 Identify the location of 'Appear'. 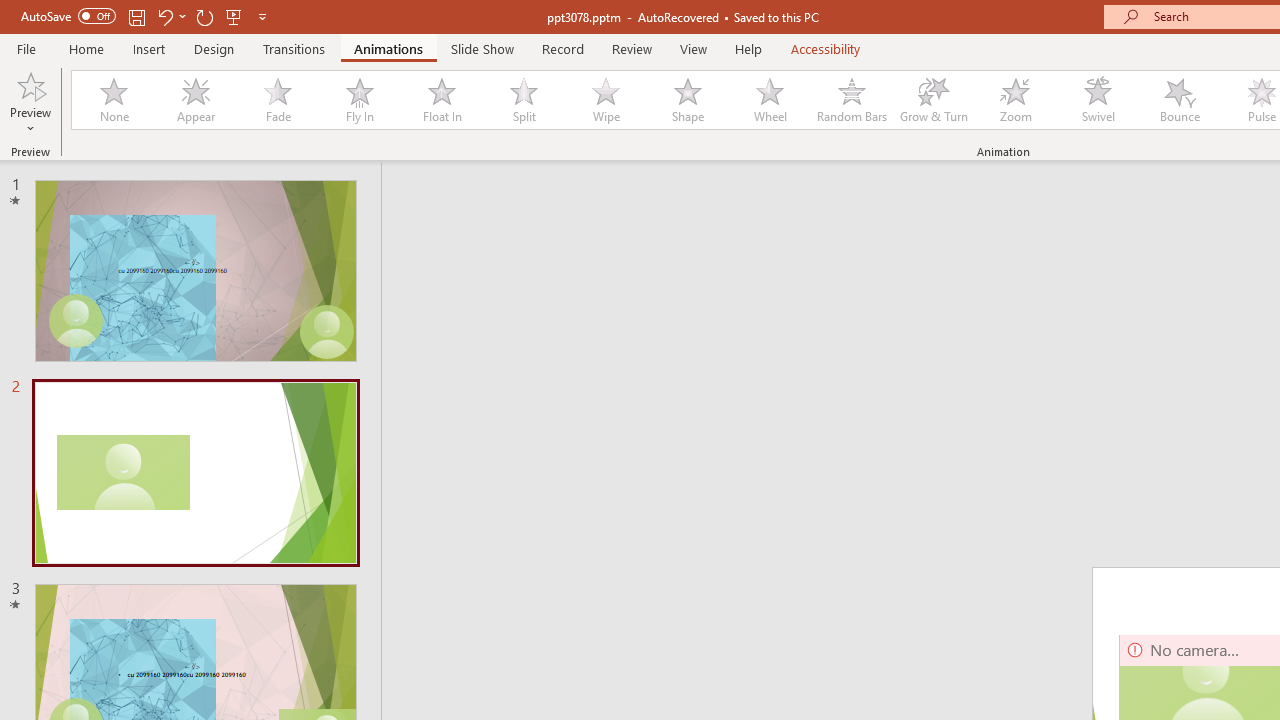
(195, 100).